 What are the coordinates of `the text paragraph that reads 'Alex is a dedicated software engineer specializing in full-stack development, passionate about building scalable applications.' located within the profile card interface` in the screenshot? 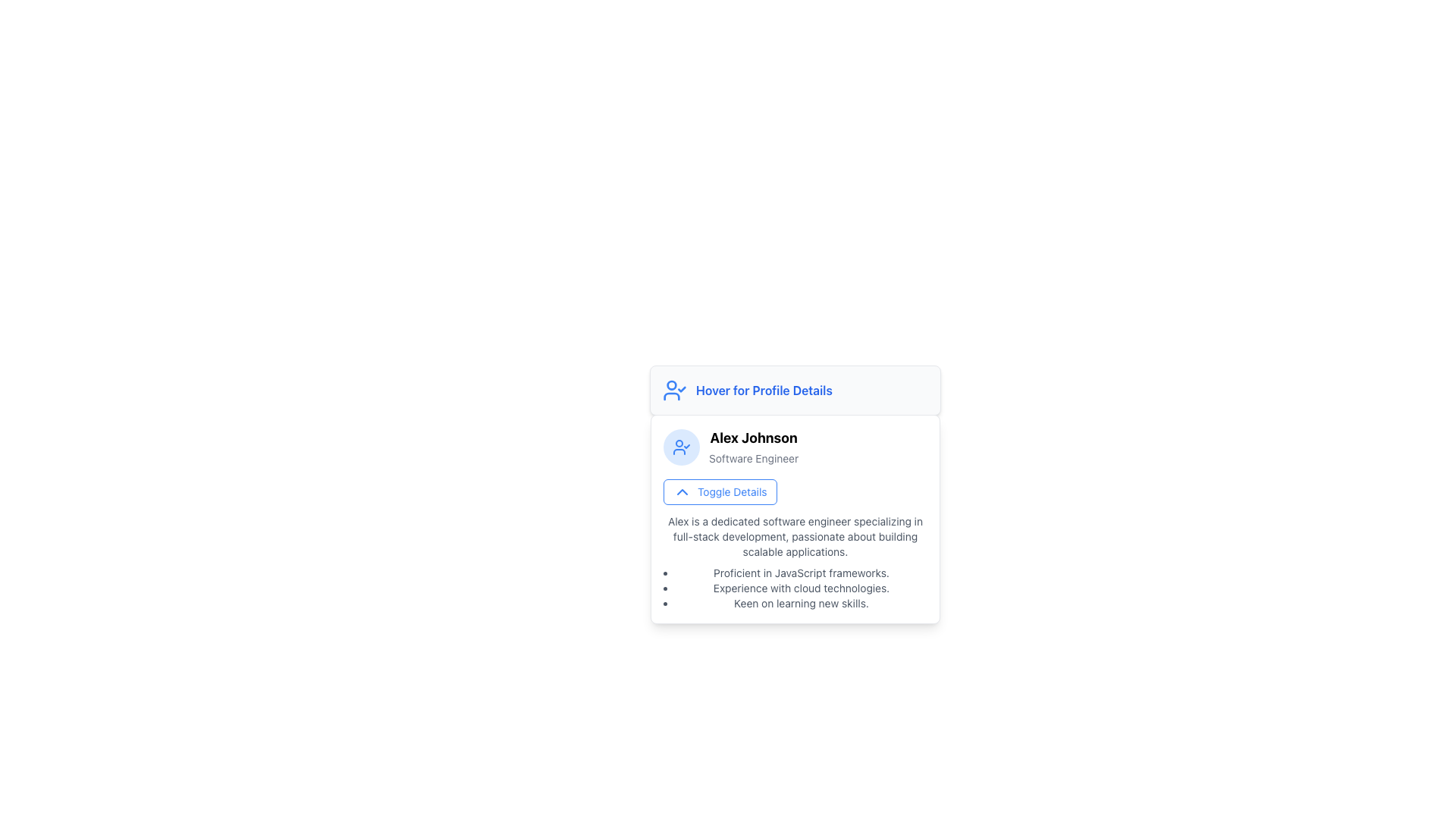 It's located at (795, 536).